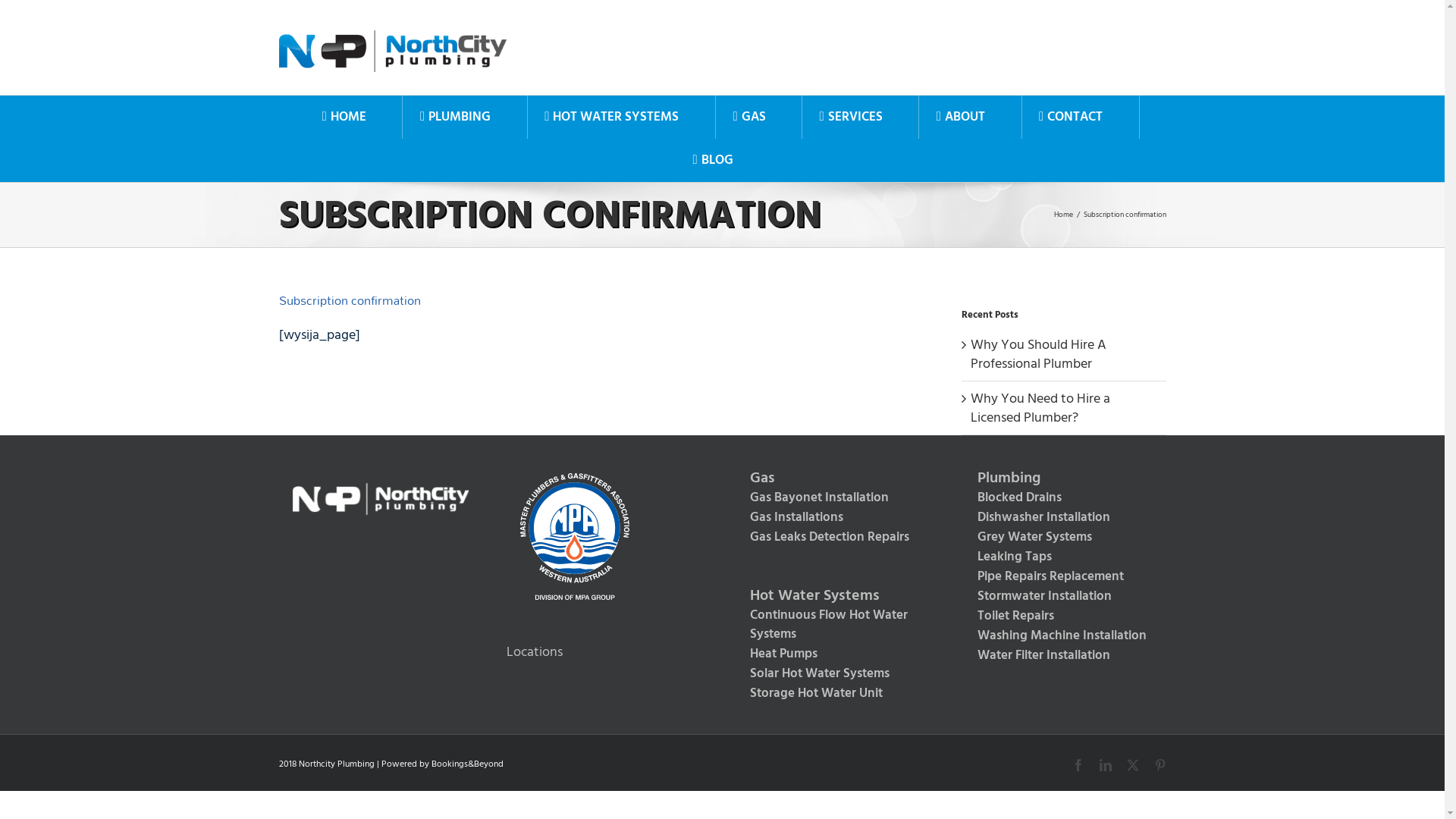  Describe the element at coordinates (429, 764) in the screenshot. I see `'Bookings&Beyond'` at that location.